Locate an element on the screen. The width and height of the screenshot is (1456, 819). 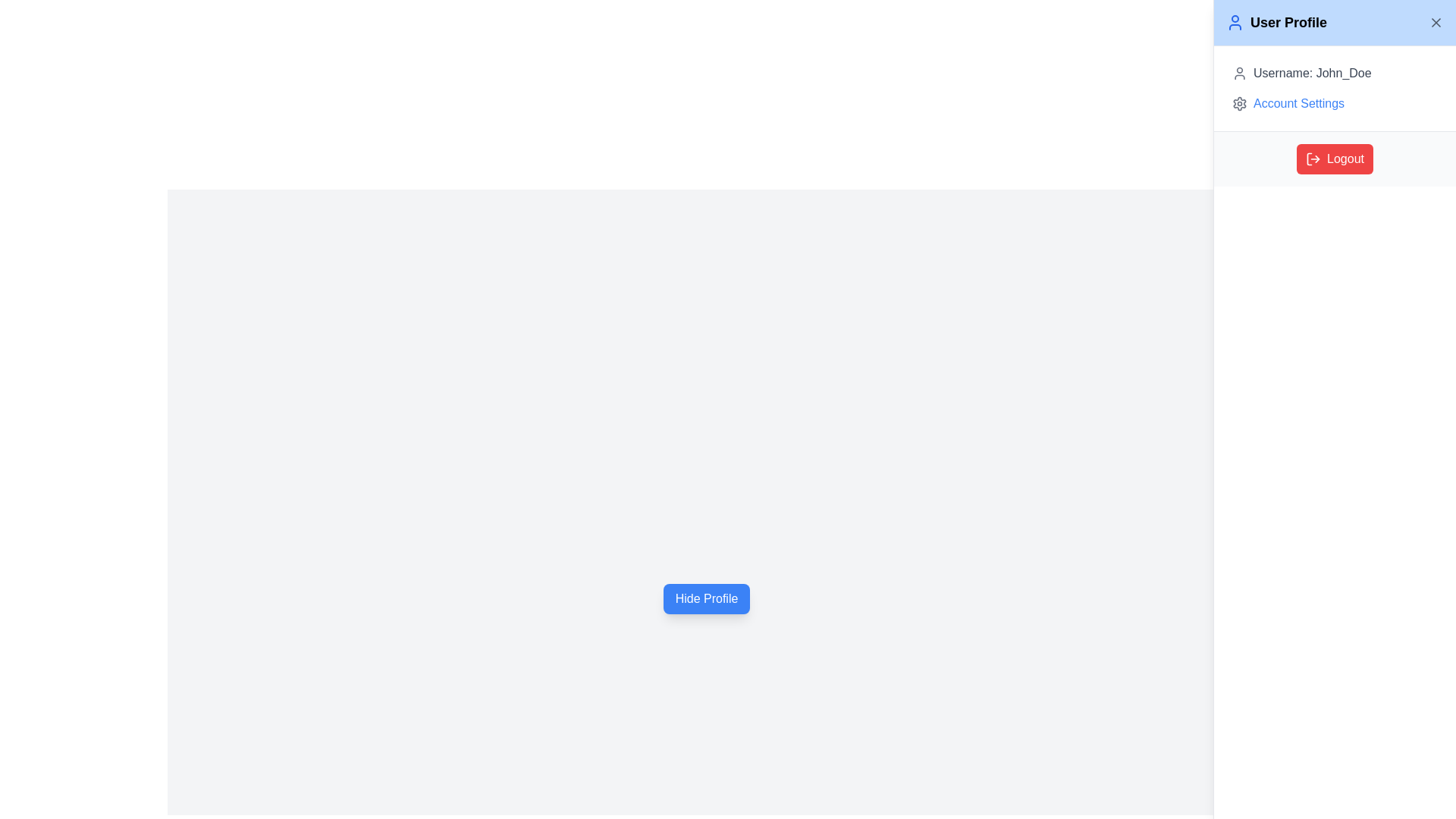
the label displaying 'Username: John_Doe' in the 'User Profile' panel on the right side of the interface is located at coordinates (1311, 73).